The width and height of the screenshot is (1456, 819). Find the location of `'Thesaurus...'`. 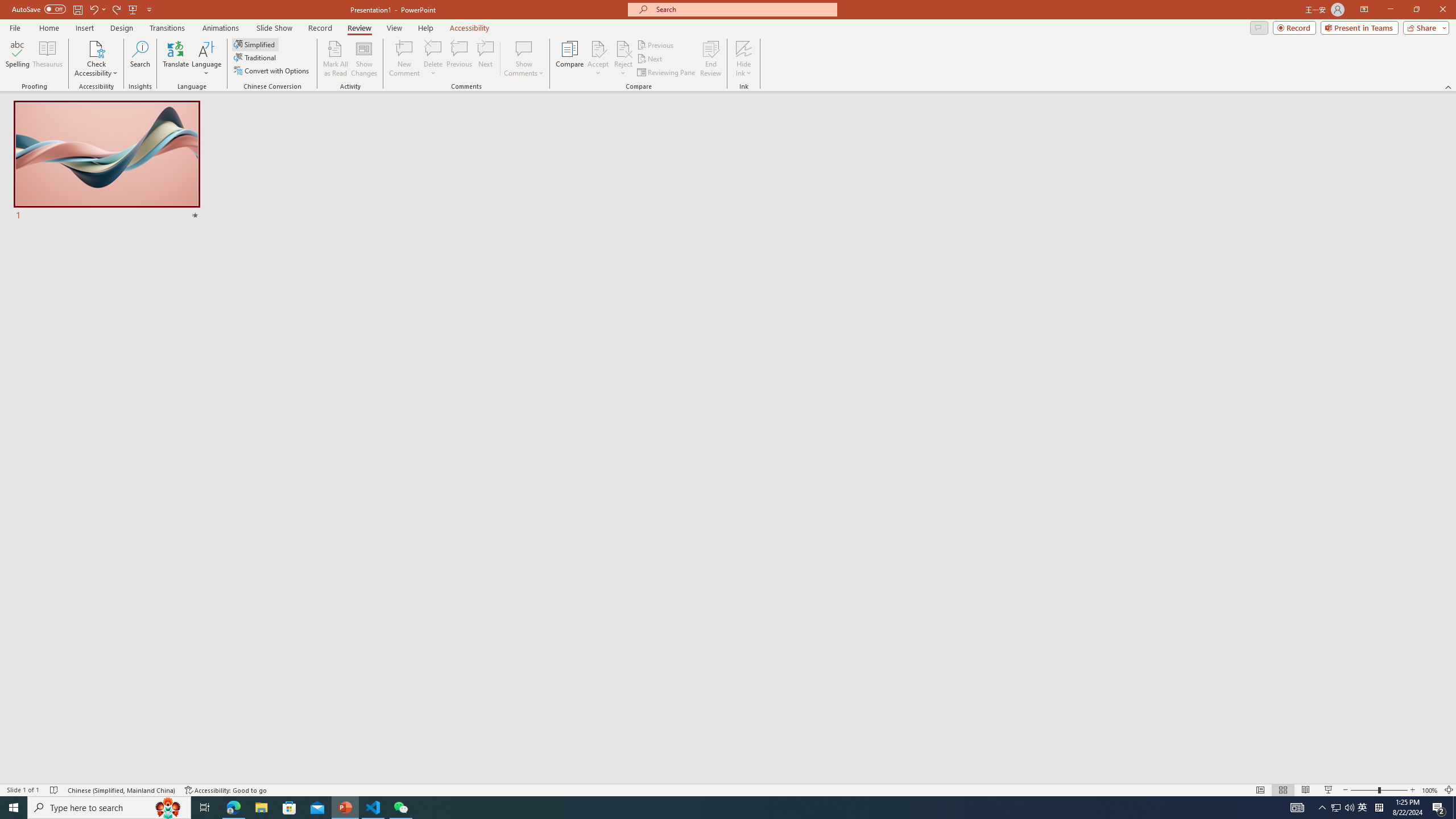

'Thesaurus...' is located at coordinates (47, 59).